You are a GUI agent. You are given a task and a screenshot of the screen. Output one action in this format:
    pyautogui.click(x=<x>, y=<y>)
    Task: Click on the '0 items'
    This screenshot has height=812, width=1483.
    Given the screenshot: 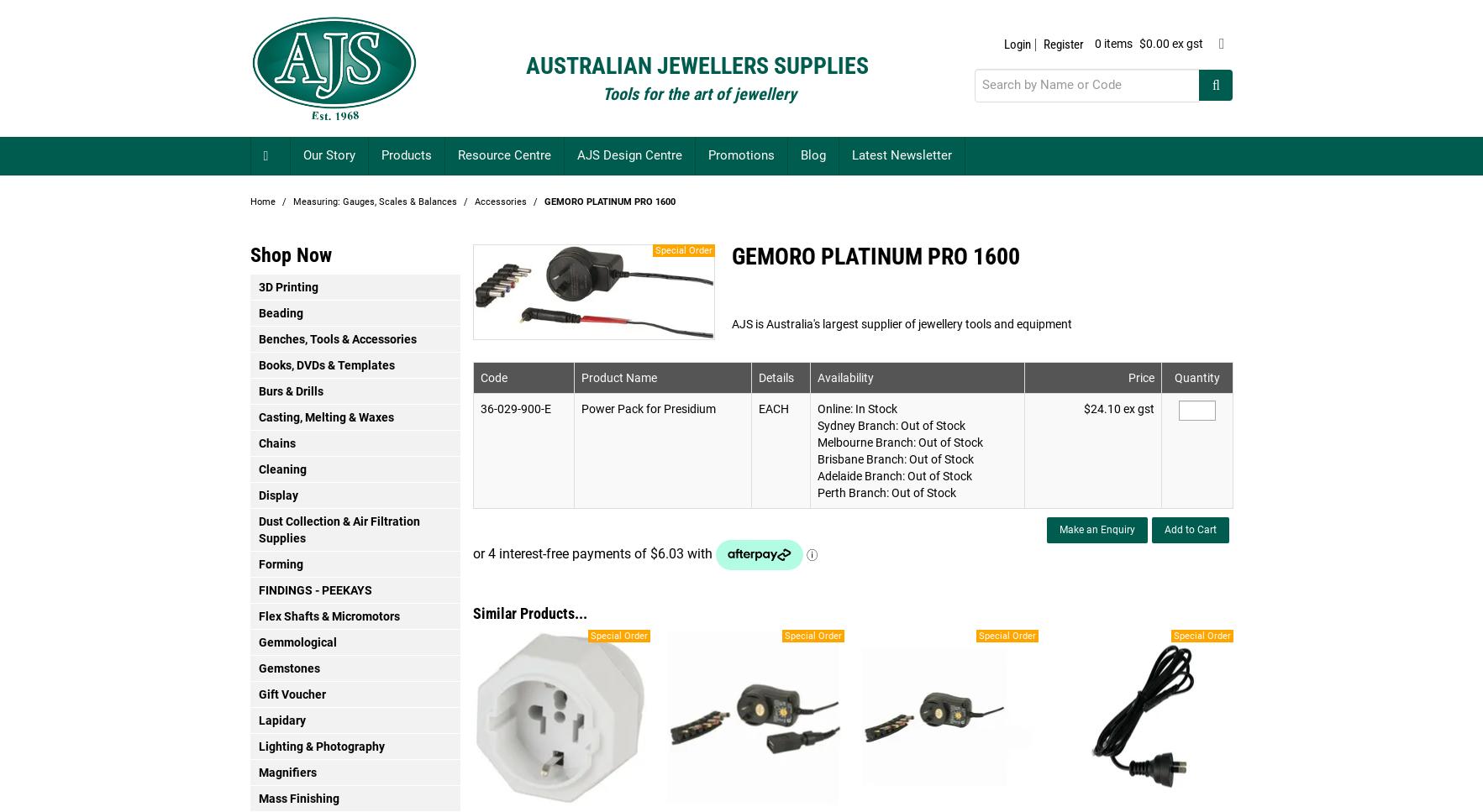 What is the action you would take?
    pyautogui.click(x=1113, y=43)
    